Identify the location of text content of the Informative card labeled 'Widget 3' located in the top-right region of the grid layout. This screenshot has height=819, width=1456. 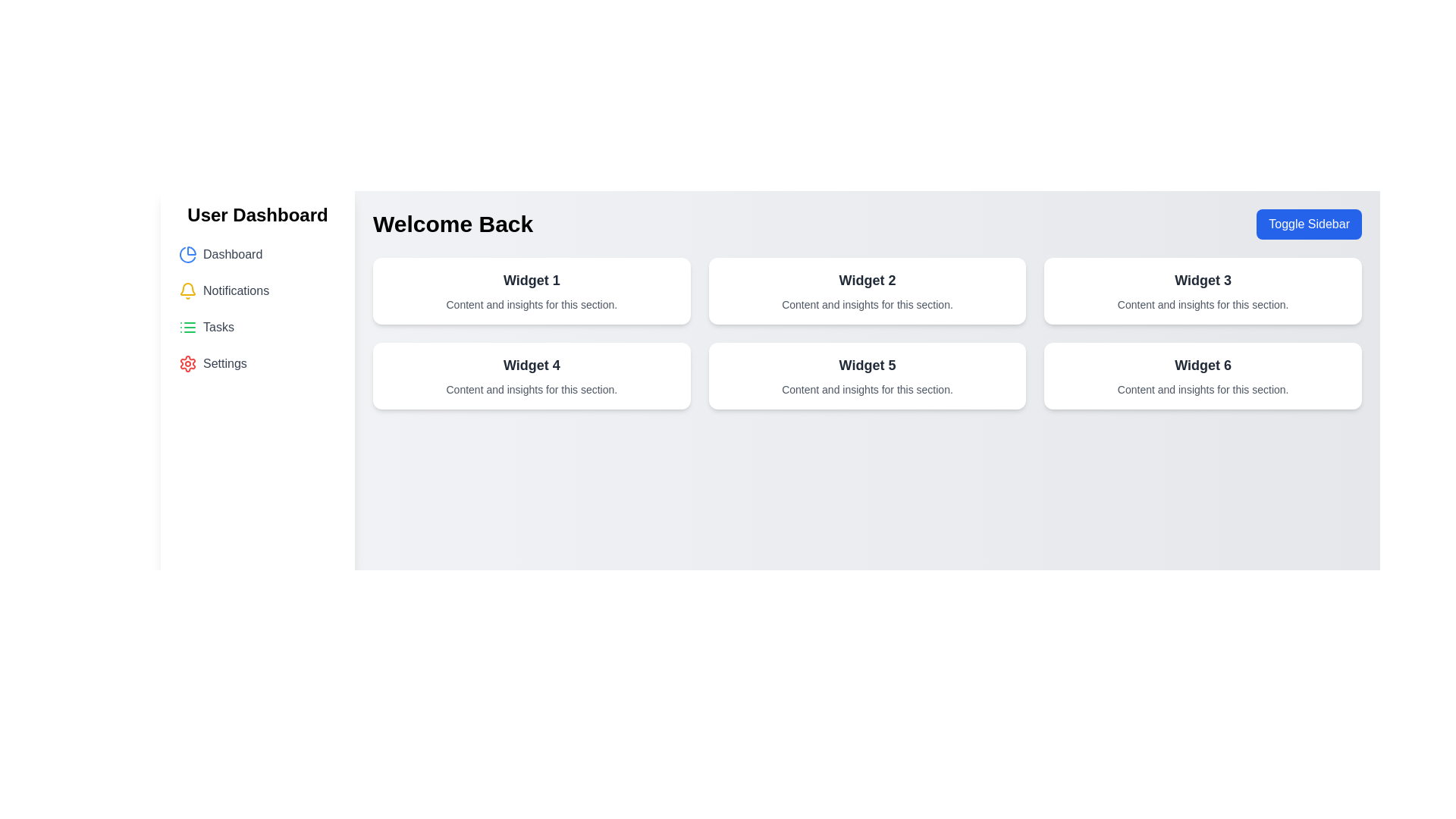
(1202, 291).